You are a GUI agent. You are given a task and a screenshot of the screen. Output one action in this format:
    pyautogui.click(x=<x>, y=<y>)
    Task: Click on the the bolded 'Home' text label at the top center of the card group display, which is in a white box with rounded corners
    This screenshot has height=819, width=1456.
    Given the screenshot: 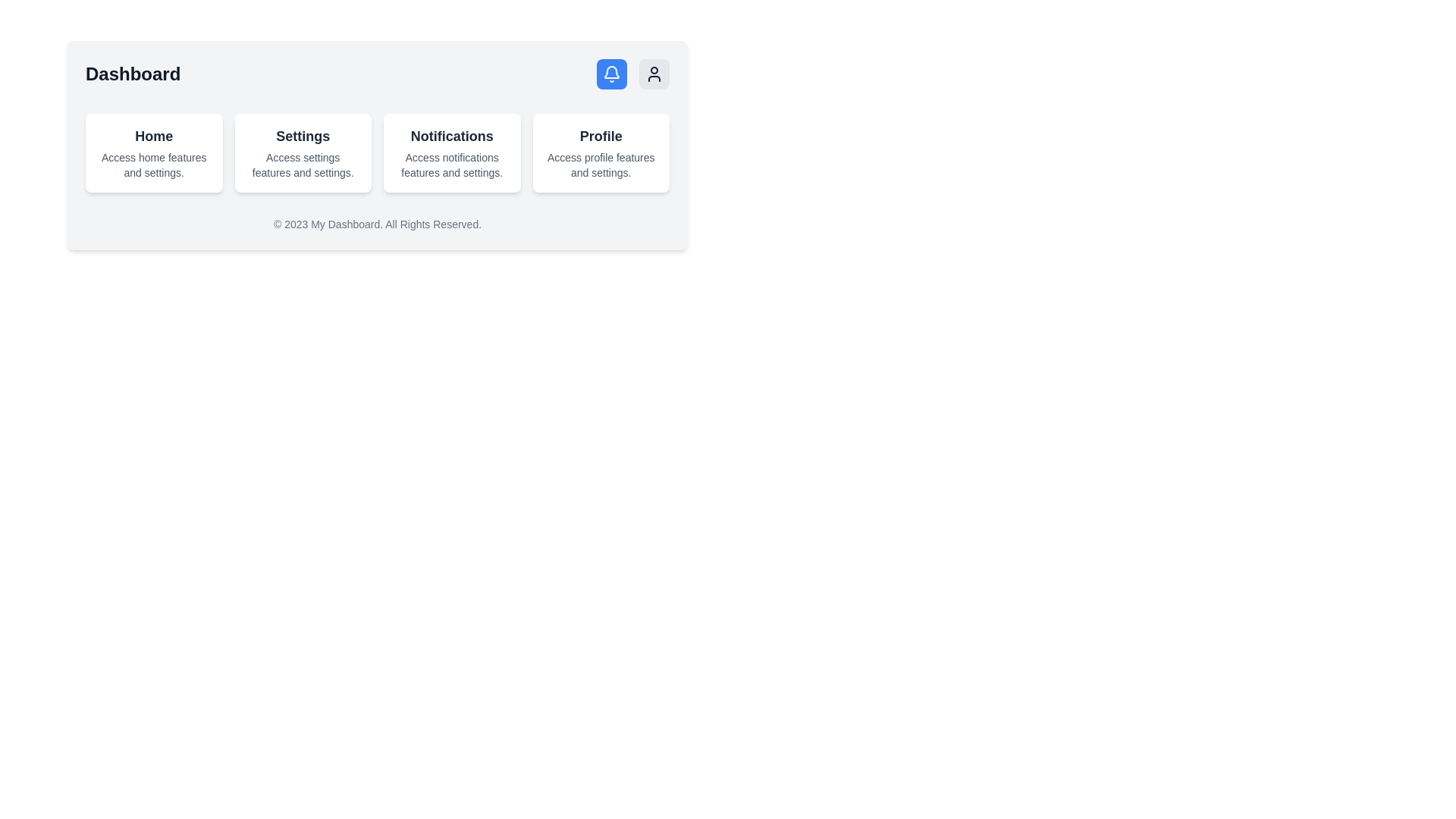 What is the action you would take?
    pyautogui.click(x=154, y=136)
    